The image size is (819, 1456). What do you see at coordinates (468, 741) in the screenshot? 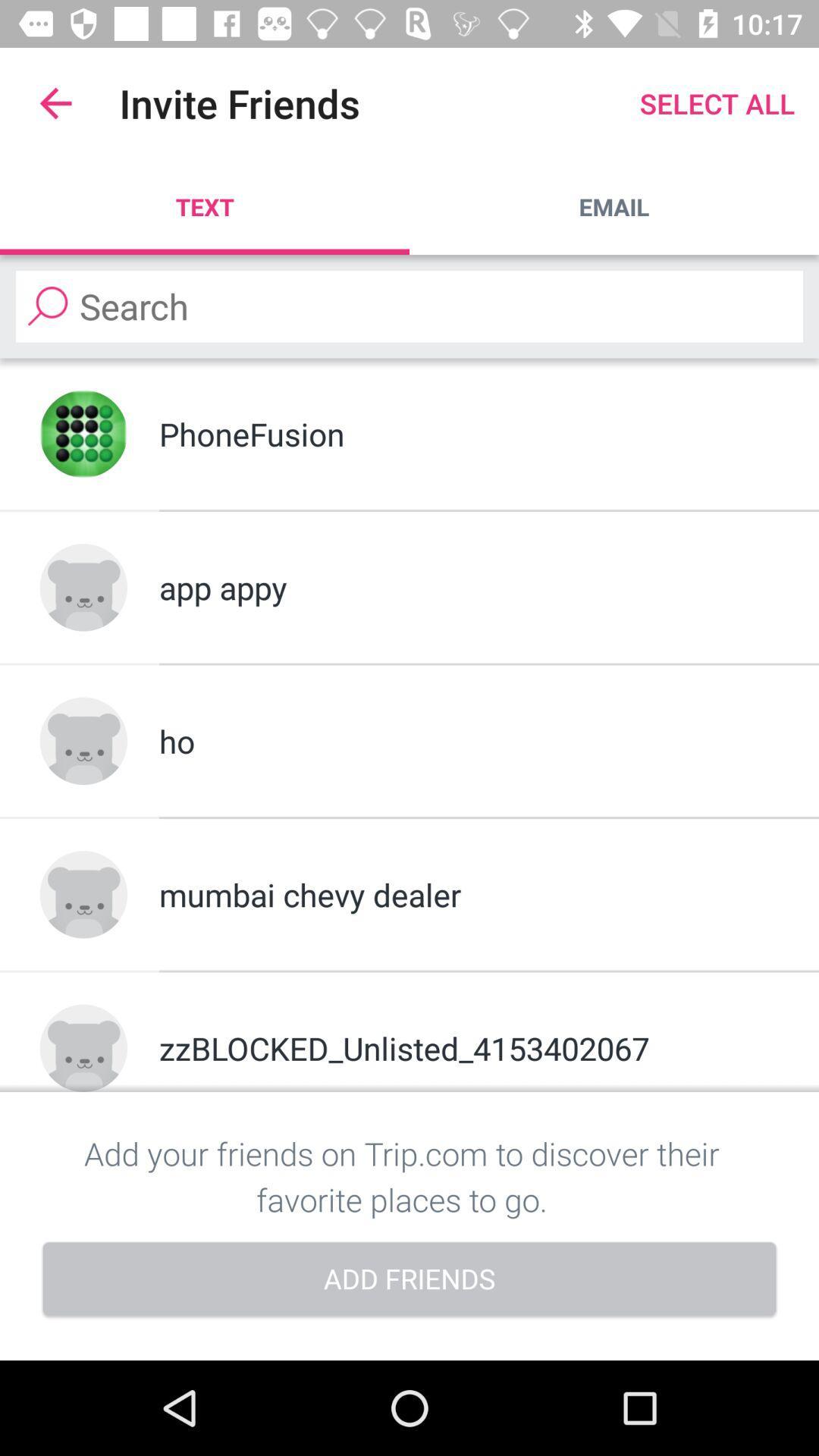
I see `the ho` at bounding box center [468, 741].